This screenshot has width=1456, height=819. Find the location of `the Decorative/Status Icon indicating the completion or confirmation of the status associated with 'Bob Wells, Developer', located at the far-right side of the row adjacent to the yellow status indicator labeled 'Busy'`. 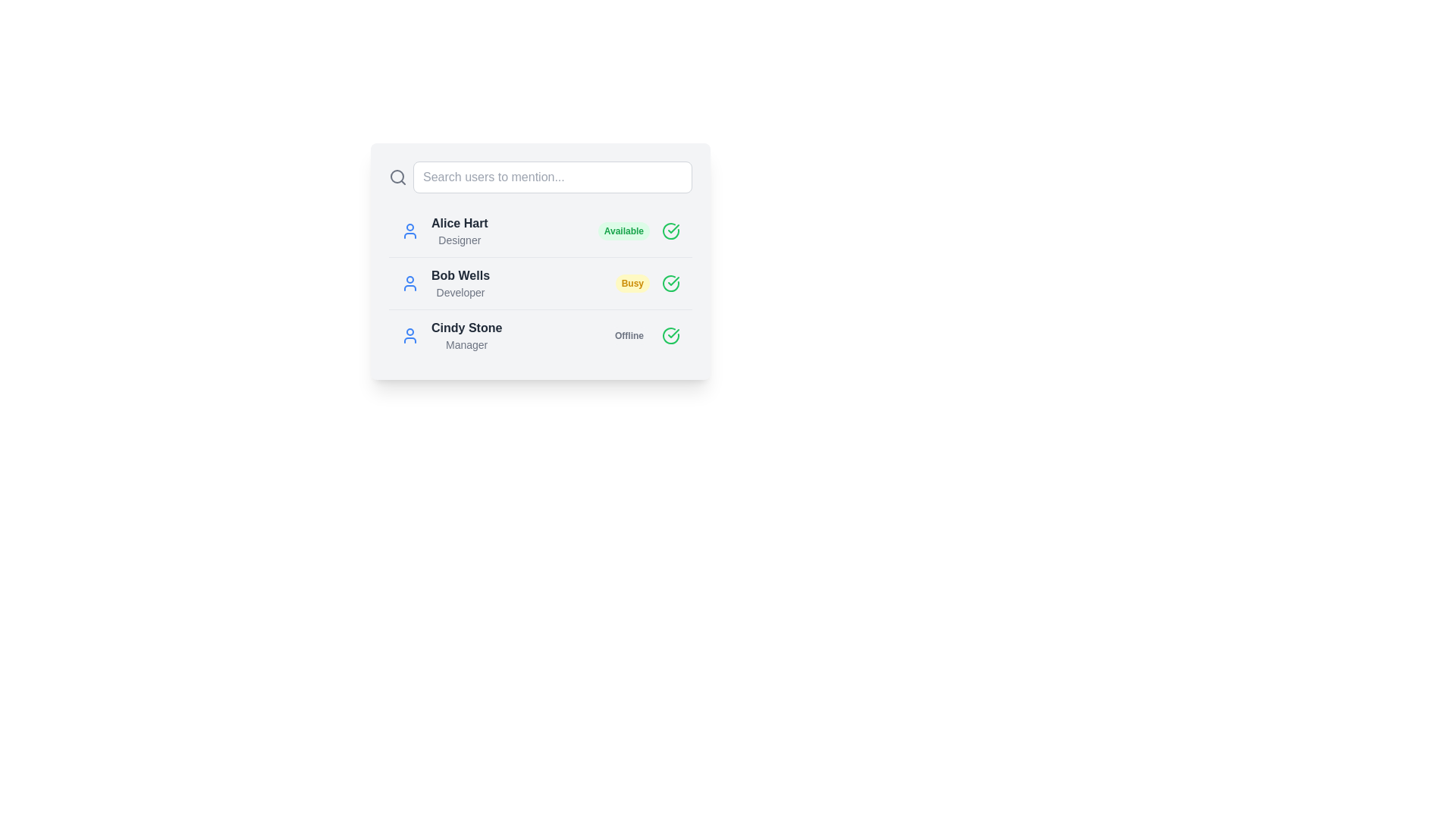

the Decorative/Status Icon indicating the completion or confirmation of the status associated with 'Bob Wells, Developer', located at the far-right side of the row adjacent to the yellow status indicator labeled 'Busy' is located at coordinates (670, 284).